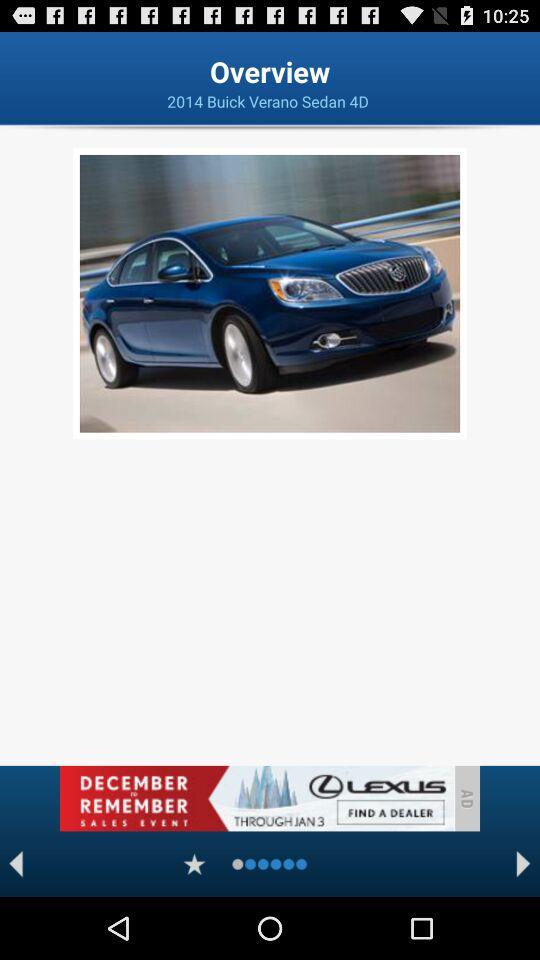 Image resolution: width=540 pixels, height=960 pixels. What do you see at coordinates (194, 924) in the screenshot?
I see `the star icon` at bounding box center [194, 924].